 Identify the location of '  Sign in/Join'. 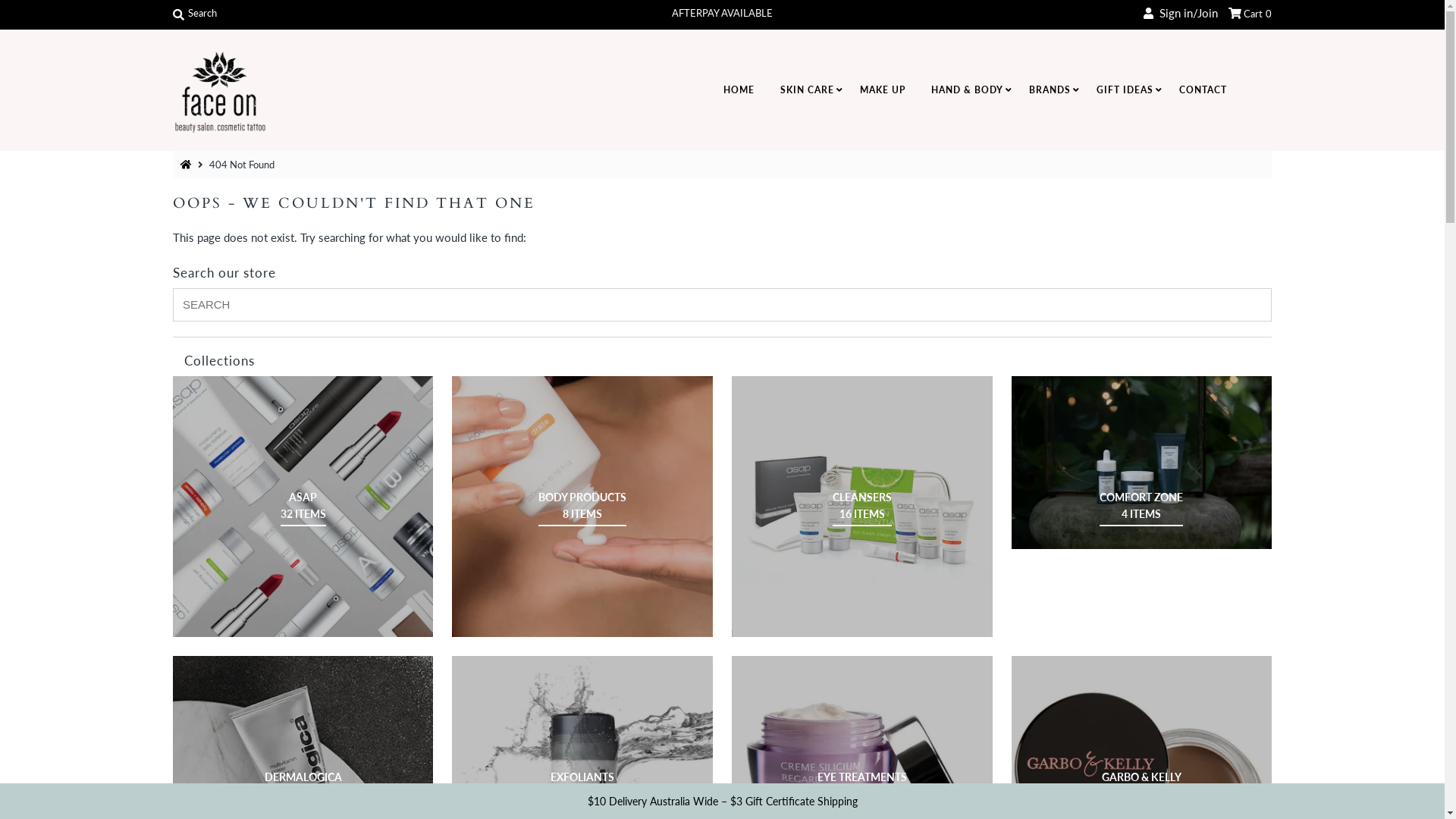
(1179, 12).